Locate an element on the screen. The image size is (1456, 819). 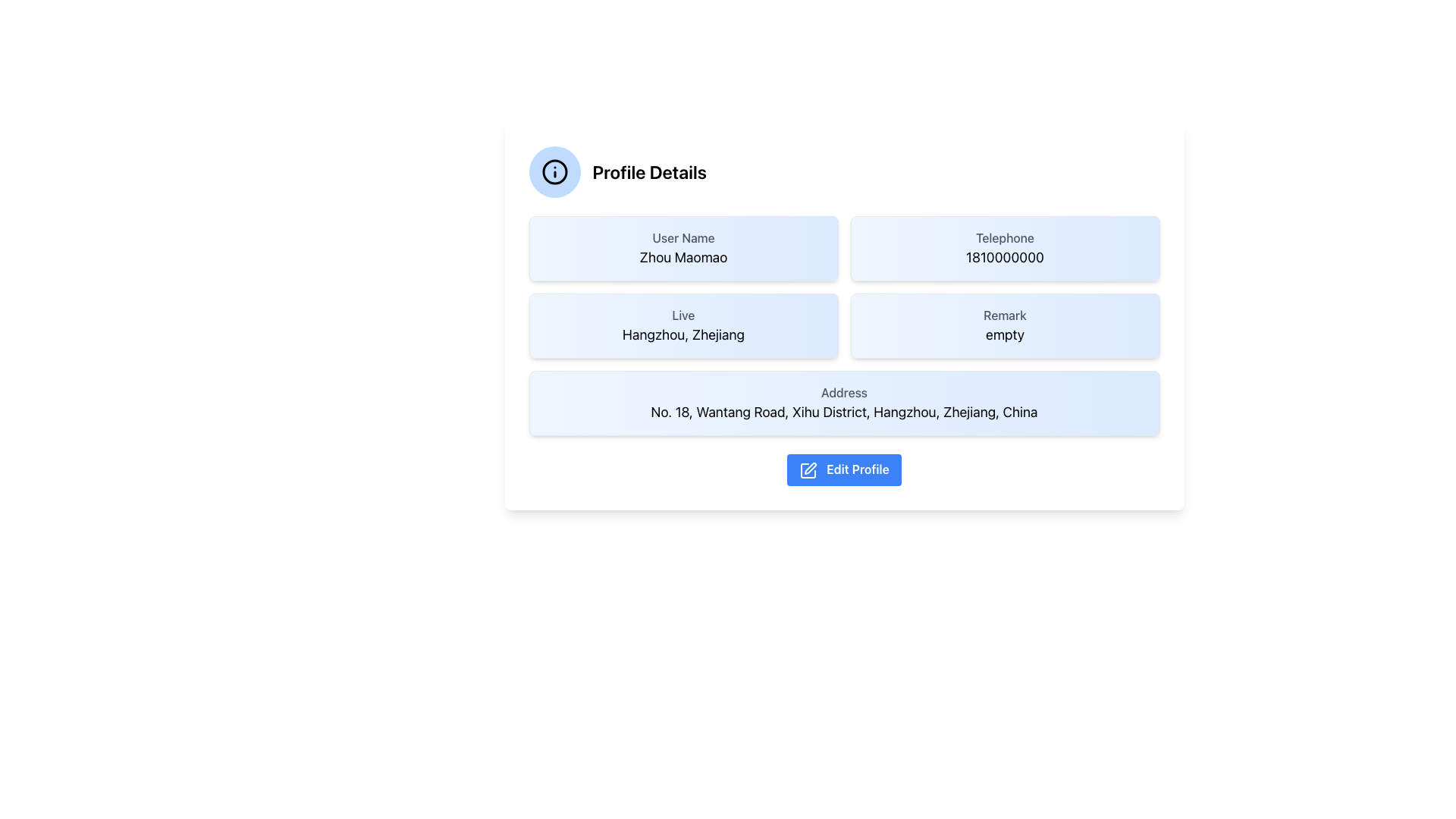
the visual design of the editing icon located within the 'Edit Profile' button, positioned towards the left of the button's text content is located at coordinates (808, 469).